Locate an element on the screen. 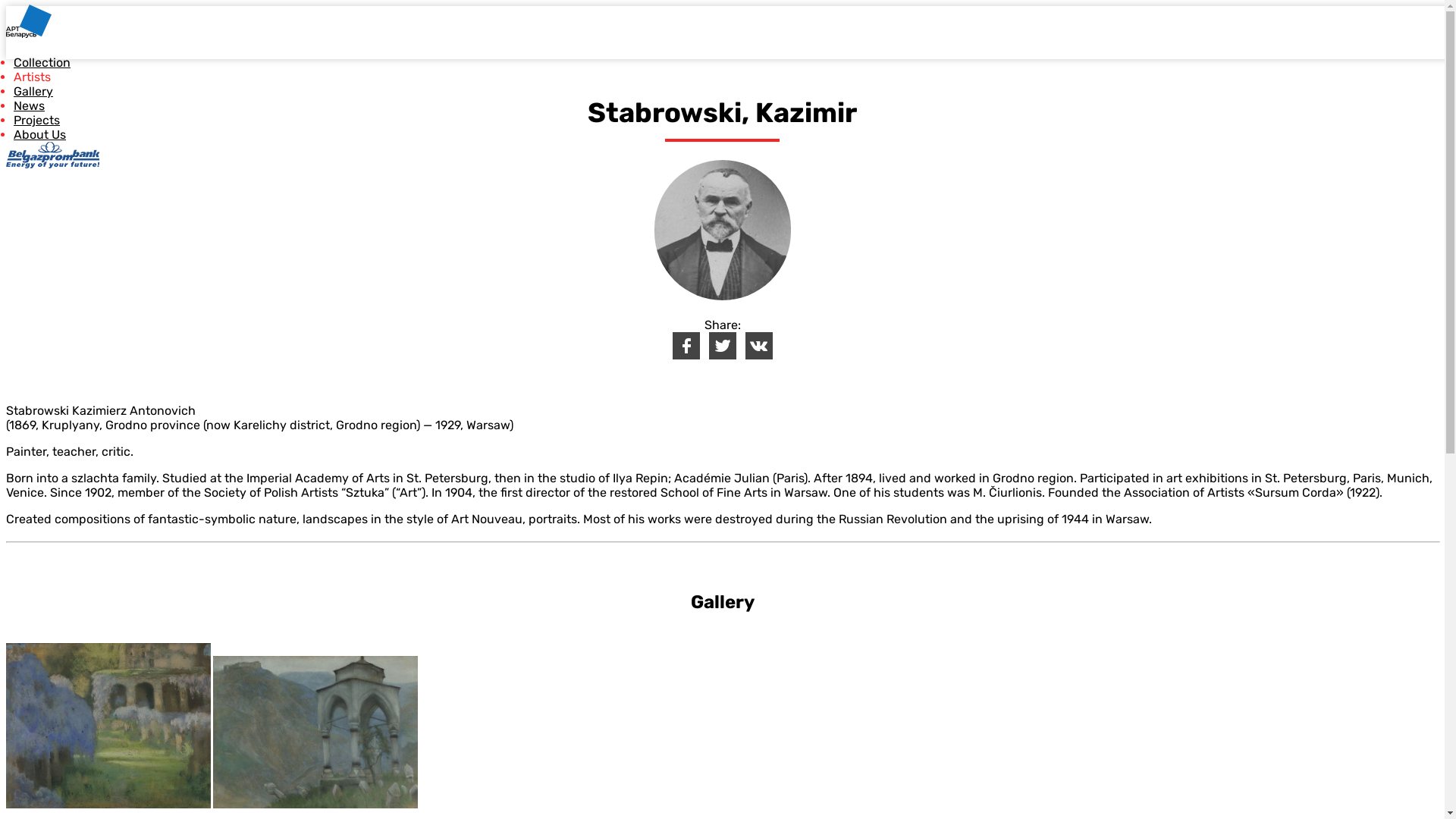  'Initiator' is located at coordinates (52, 155).